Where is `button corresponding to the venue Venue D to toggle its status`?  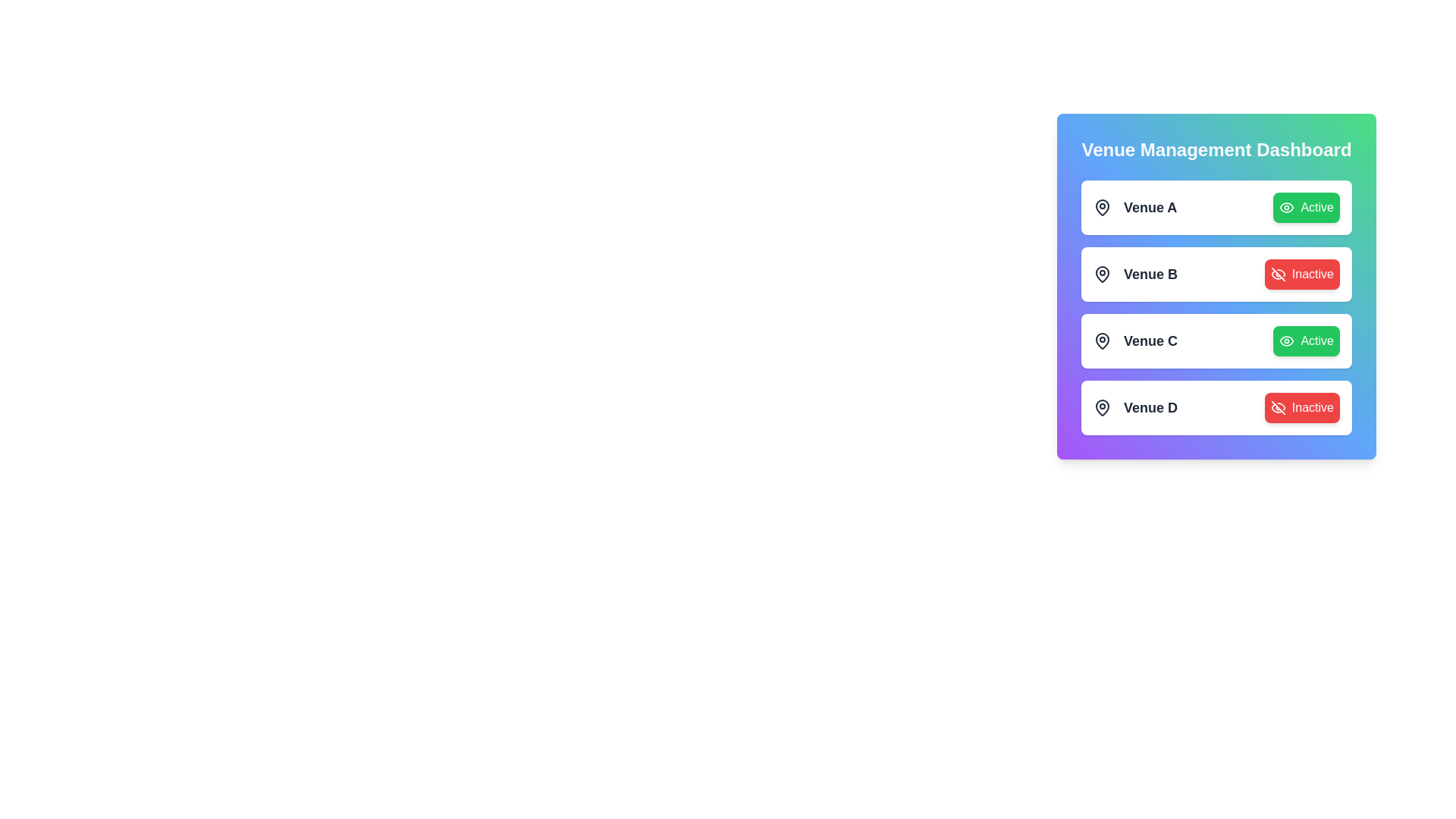 button corresponding to the venue Venue D to toggle its status is located at coordinates (1301, 406).